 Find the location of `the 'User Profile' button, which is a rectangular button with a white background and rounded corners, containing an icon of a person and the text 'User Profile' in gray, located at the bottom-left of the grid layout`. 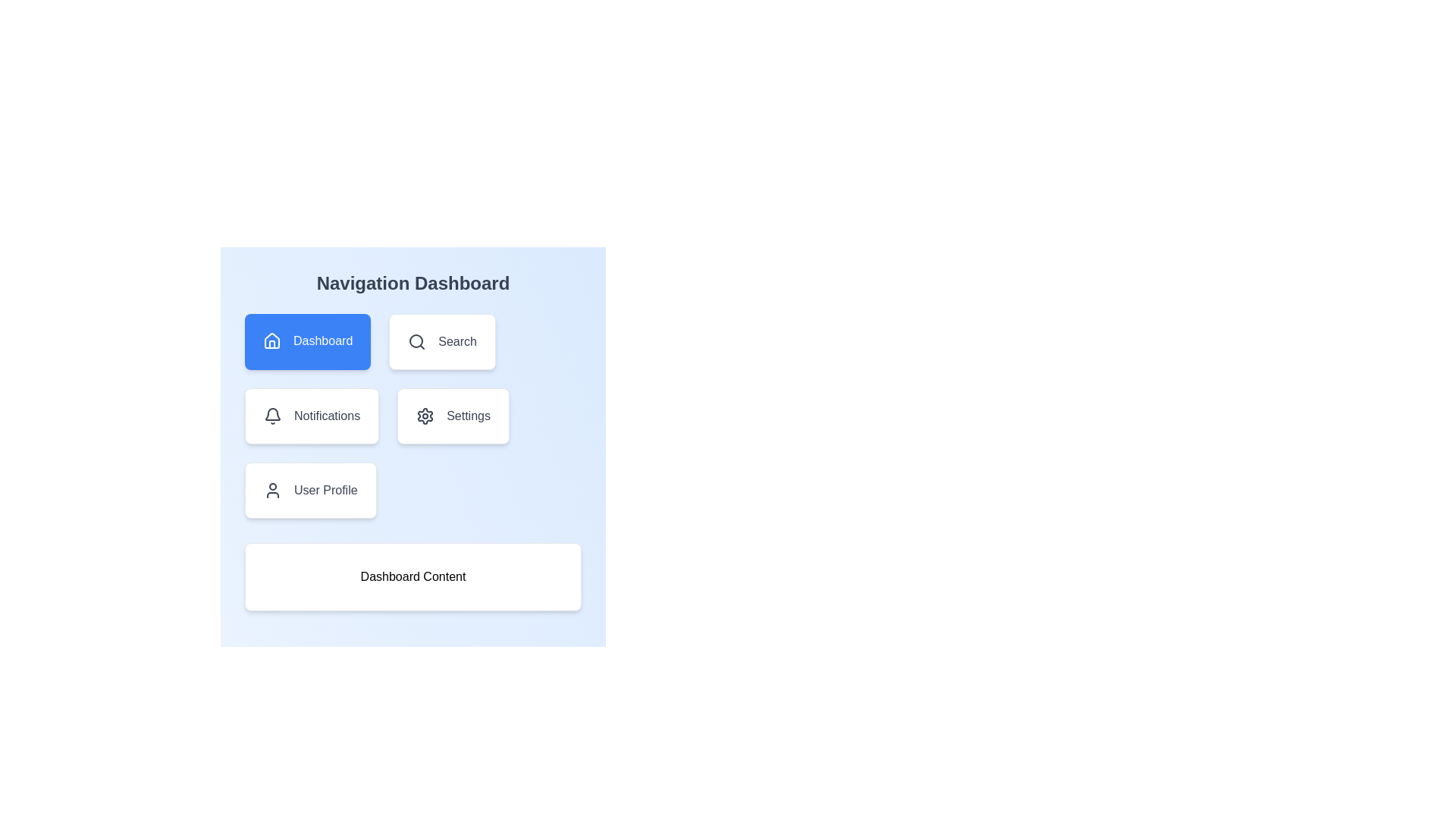

the 'User Profile' button, which is a rectangular button with a white background and rounded corners, containing an icon of a person and the text 'User Profile' in gray, located at the bottom-left of the grid layout is located at coordinates (309, 491).